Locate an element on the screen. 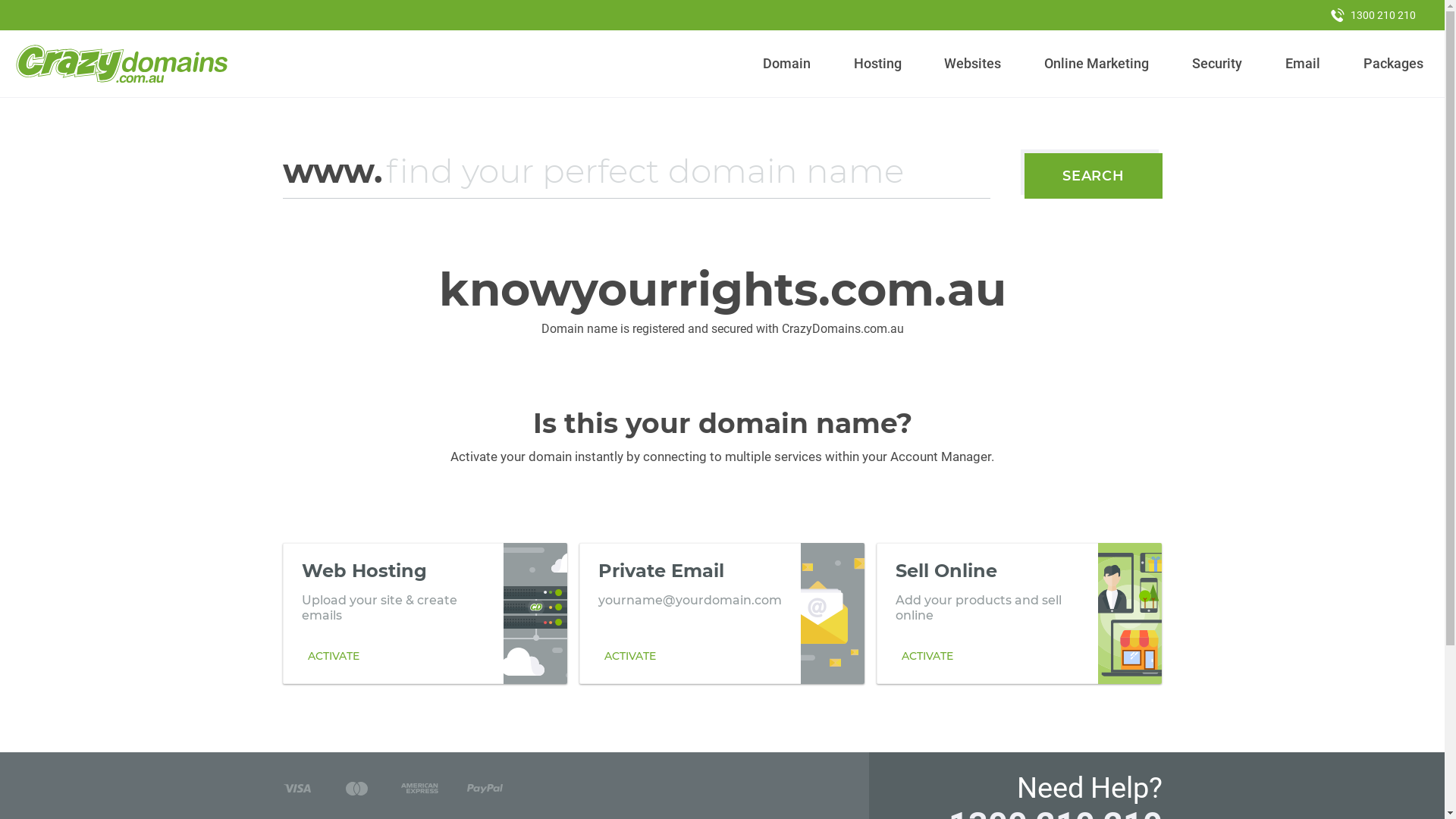  'Online Marketing' is located at coordinates (1097, 63).